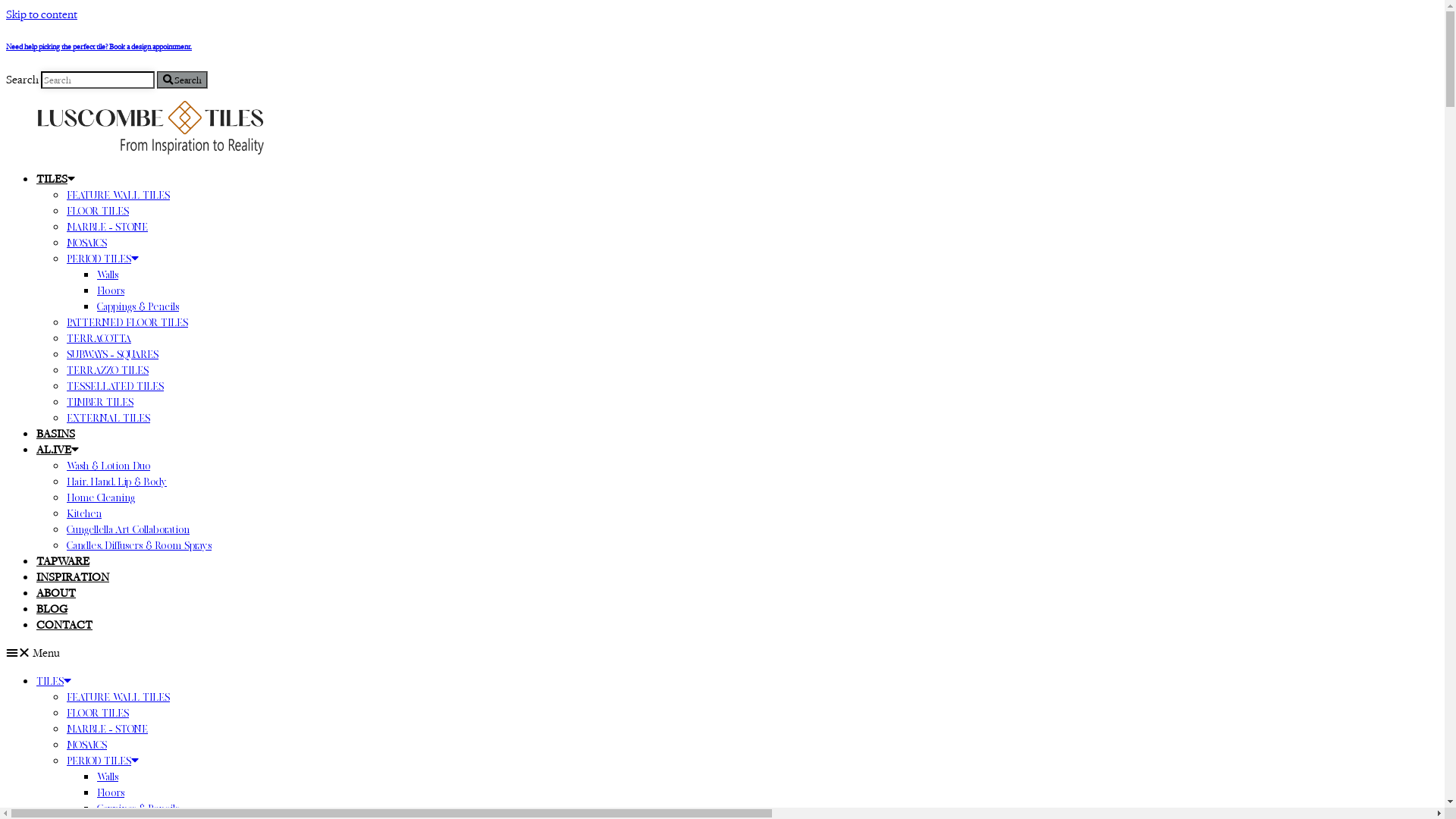 Image resolution: width=1456 pixels, height=819 pixels. Describe the element at coordinates (61, 560) in the screenshot. I see `'TAPWARE'` at that location.